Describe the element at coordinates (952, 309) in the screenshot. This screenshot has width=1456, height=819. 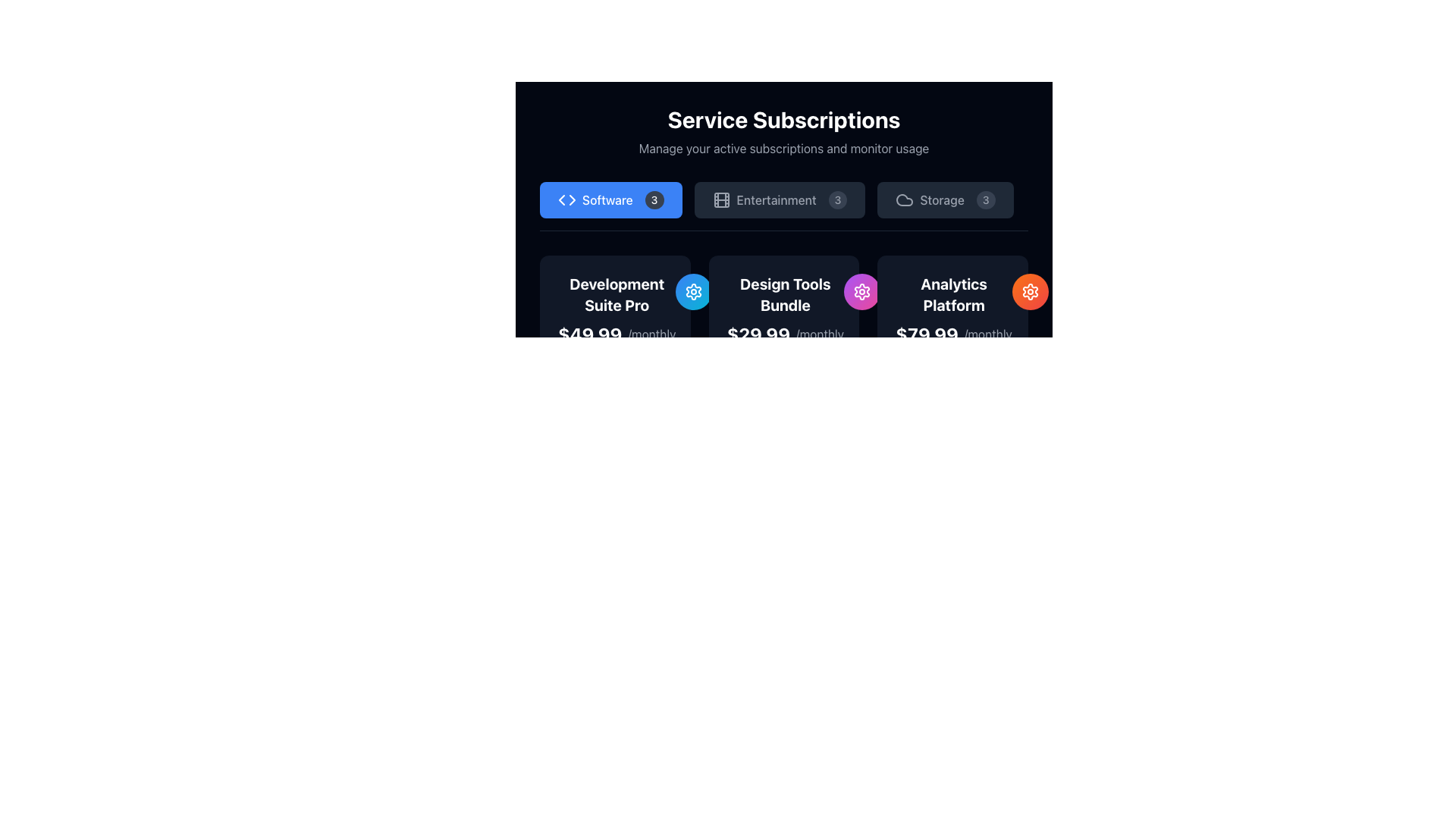
I see `the text display component that shows information about the 'Analytics Platform' subscription service, positioned as the third card in the grid layout` at that location.